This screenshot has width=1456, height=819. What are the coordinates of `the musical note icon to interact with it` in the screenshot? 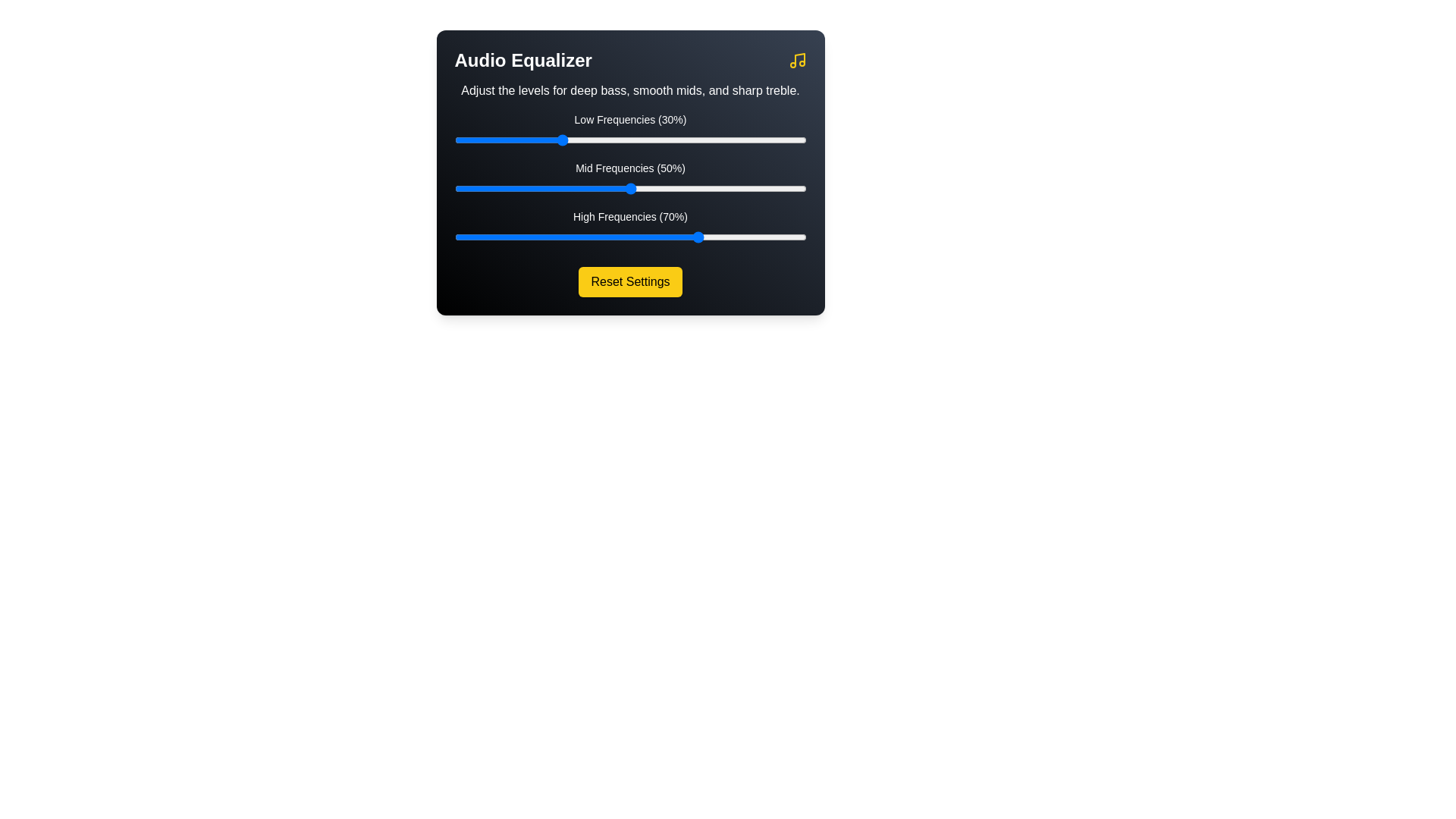 It's located at (796, 60).